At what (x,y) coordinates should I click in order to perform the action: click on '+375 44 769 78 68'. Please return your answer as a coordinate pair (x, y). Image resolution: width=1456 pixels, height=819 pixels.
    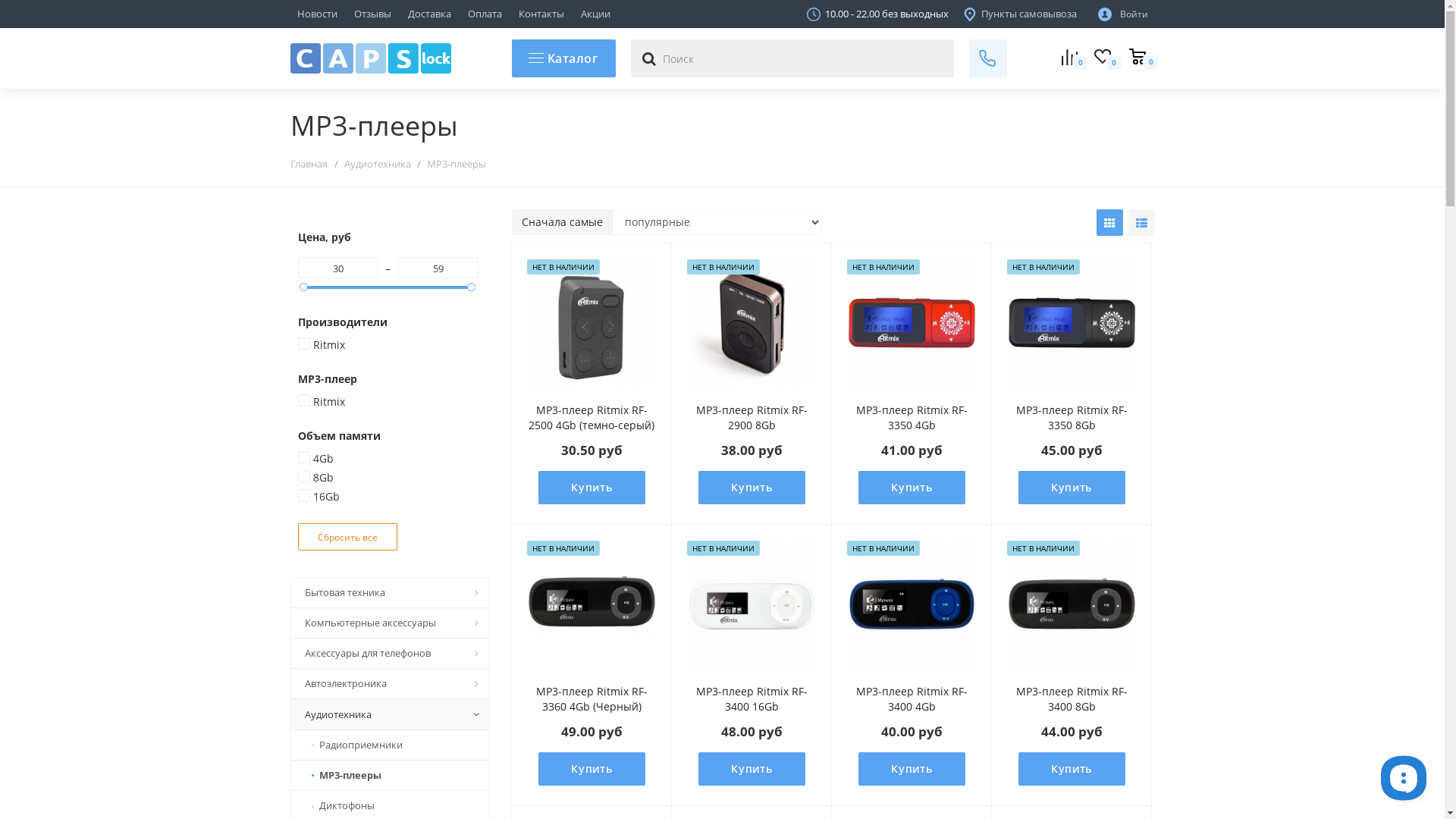
    Looking at the image, I should click on (976, 36).